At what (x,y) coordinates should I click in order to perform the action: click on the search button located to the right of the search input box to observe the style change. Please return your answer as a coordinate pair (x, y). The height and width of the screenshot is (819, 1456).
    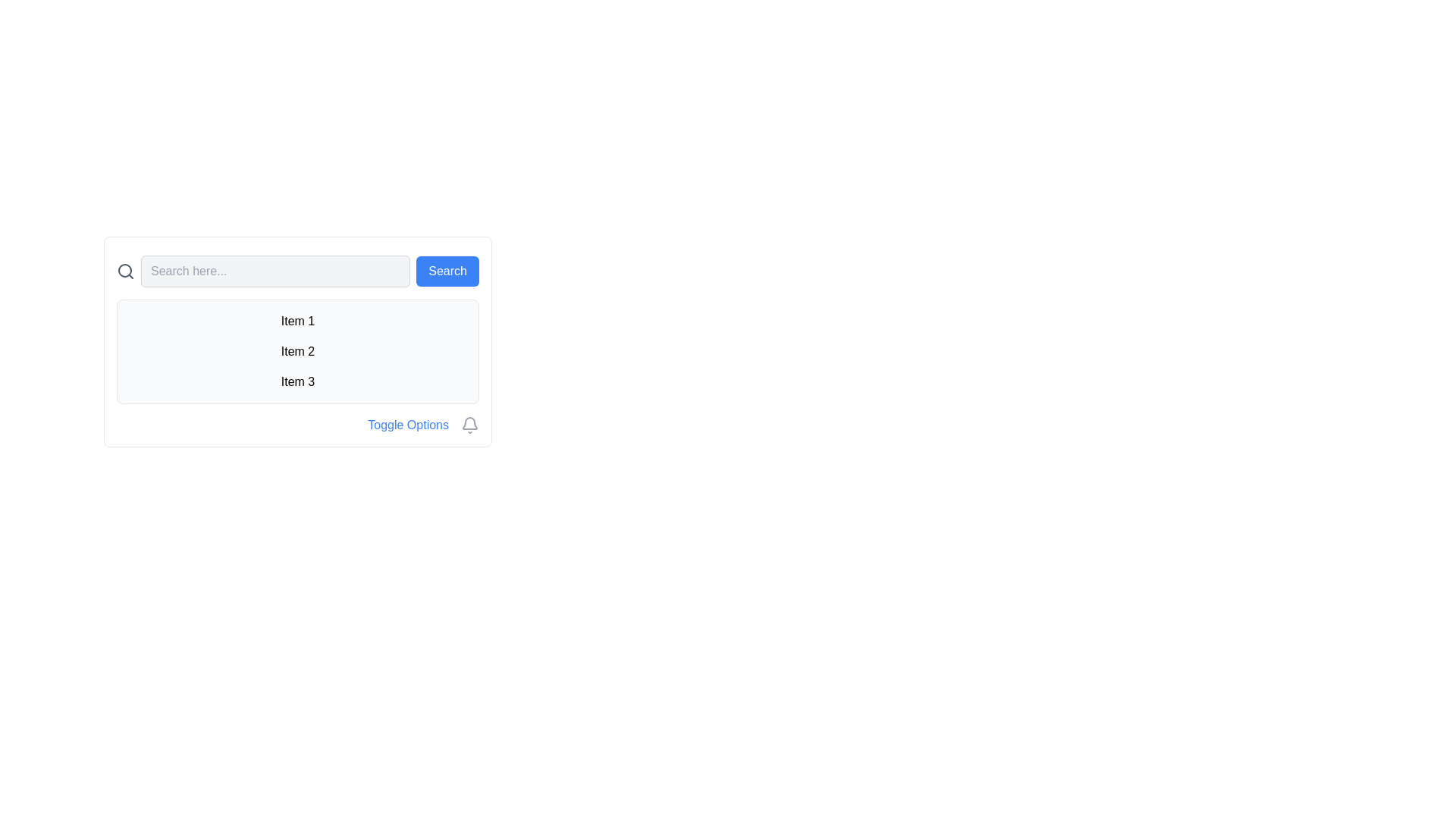
    Looking at the image, I should click on (447, 271).